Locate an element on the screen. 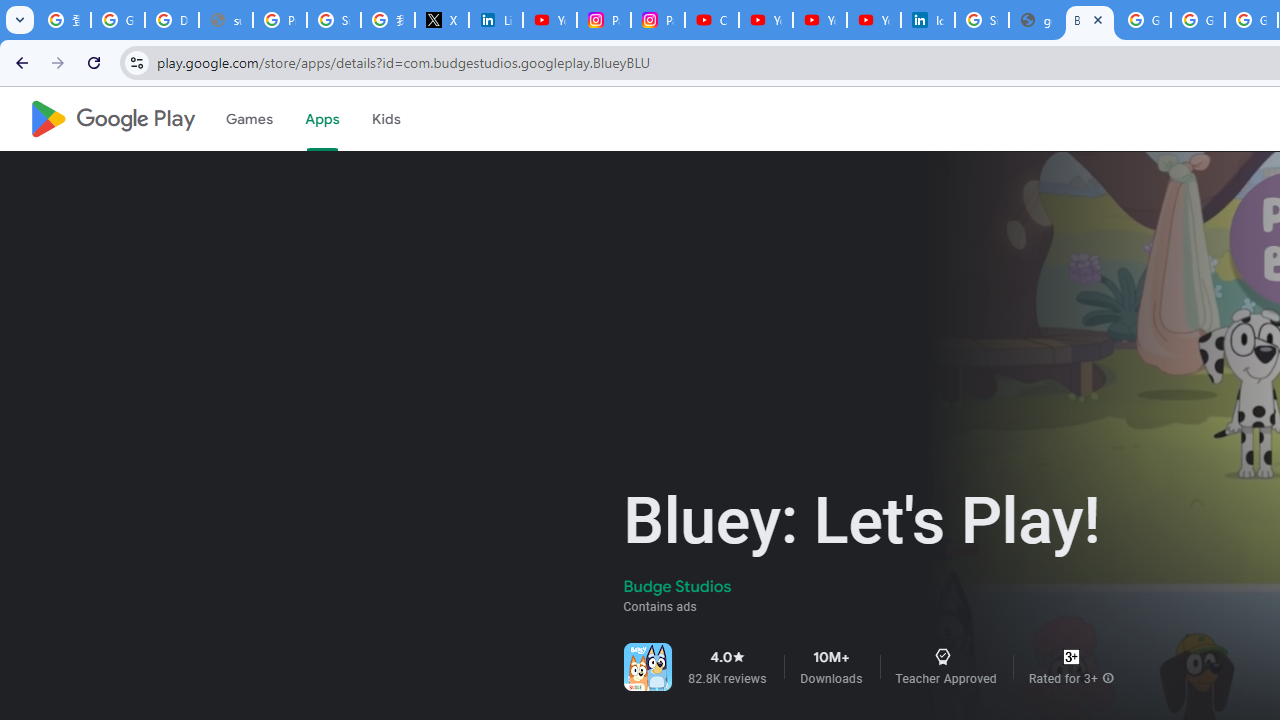 The image size is (1280, 720). 'YouTube Culture & Trends - YouTube Top 10, 2021' is located at coordinates (874, 20).